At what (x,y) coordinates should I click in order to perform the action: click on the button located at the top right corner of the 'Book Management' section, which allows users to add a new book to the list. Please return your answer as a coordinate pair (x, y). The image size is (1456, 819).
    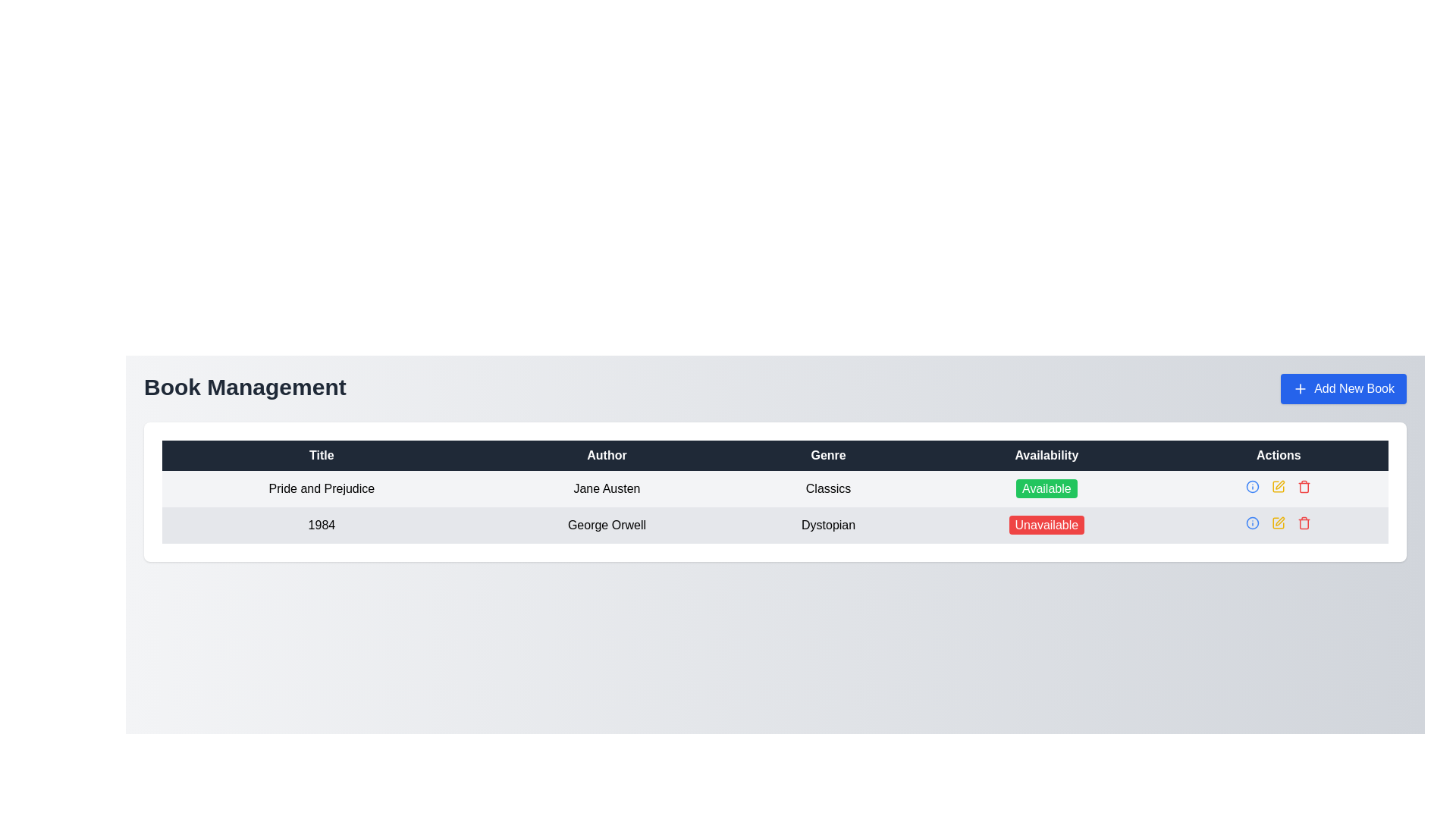
    Looking at the image, I should click on (1344, 388).